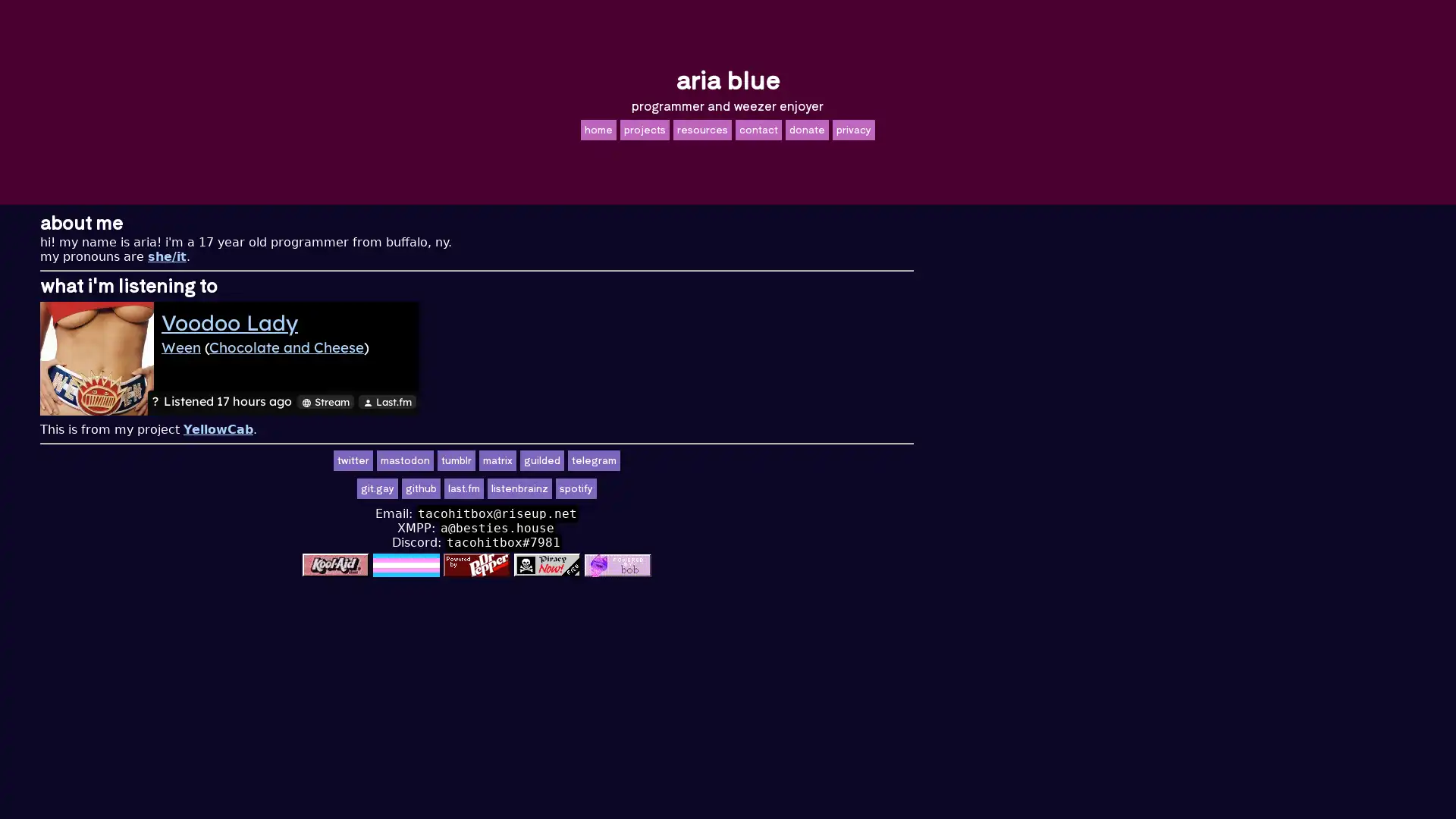  Describe the element at coordinates (714, 488) in the screenshot. I see `last.fm` at that location.